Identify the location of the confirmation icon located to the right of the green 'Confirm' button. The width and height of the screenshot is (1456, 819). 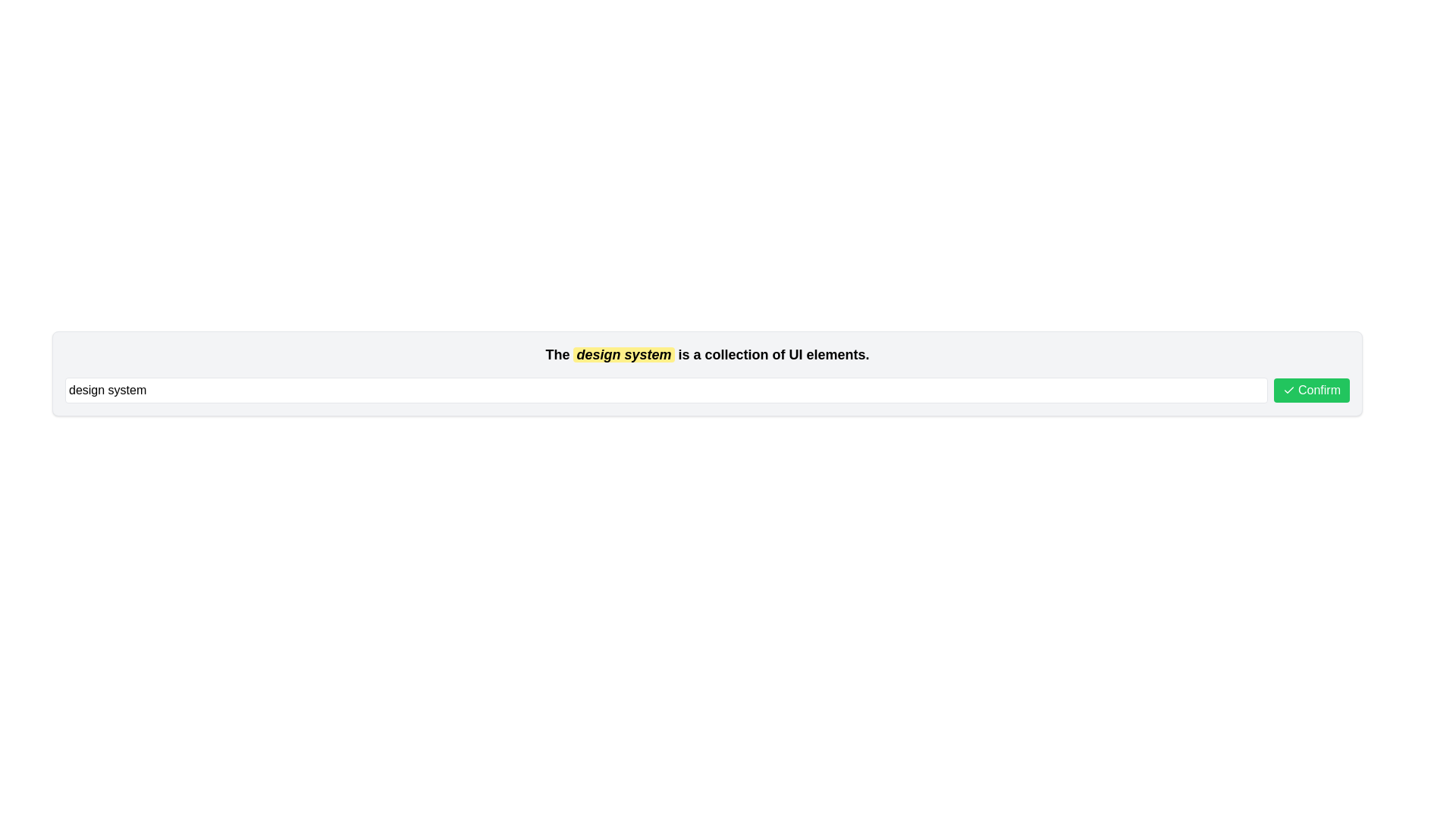
(1288, 390).